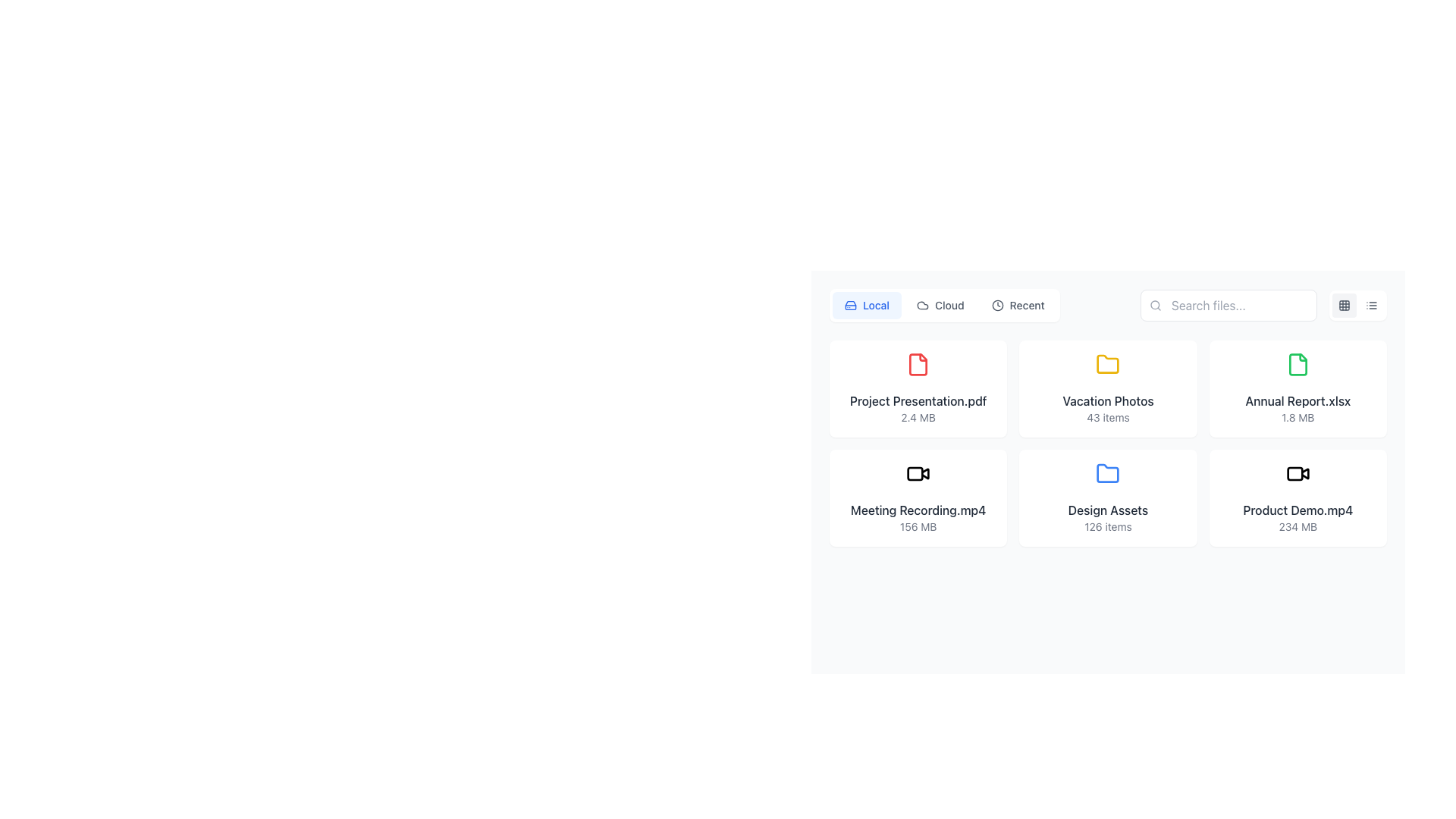  What do you see at coordinates (1108, 365) in the screenshot?
I see `the yellow folder icon located at the top of the 'Vacation Photos' card, which is positioned centrally in the grid layout` at bounding box center [1108, 365].